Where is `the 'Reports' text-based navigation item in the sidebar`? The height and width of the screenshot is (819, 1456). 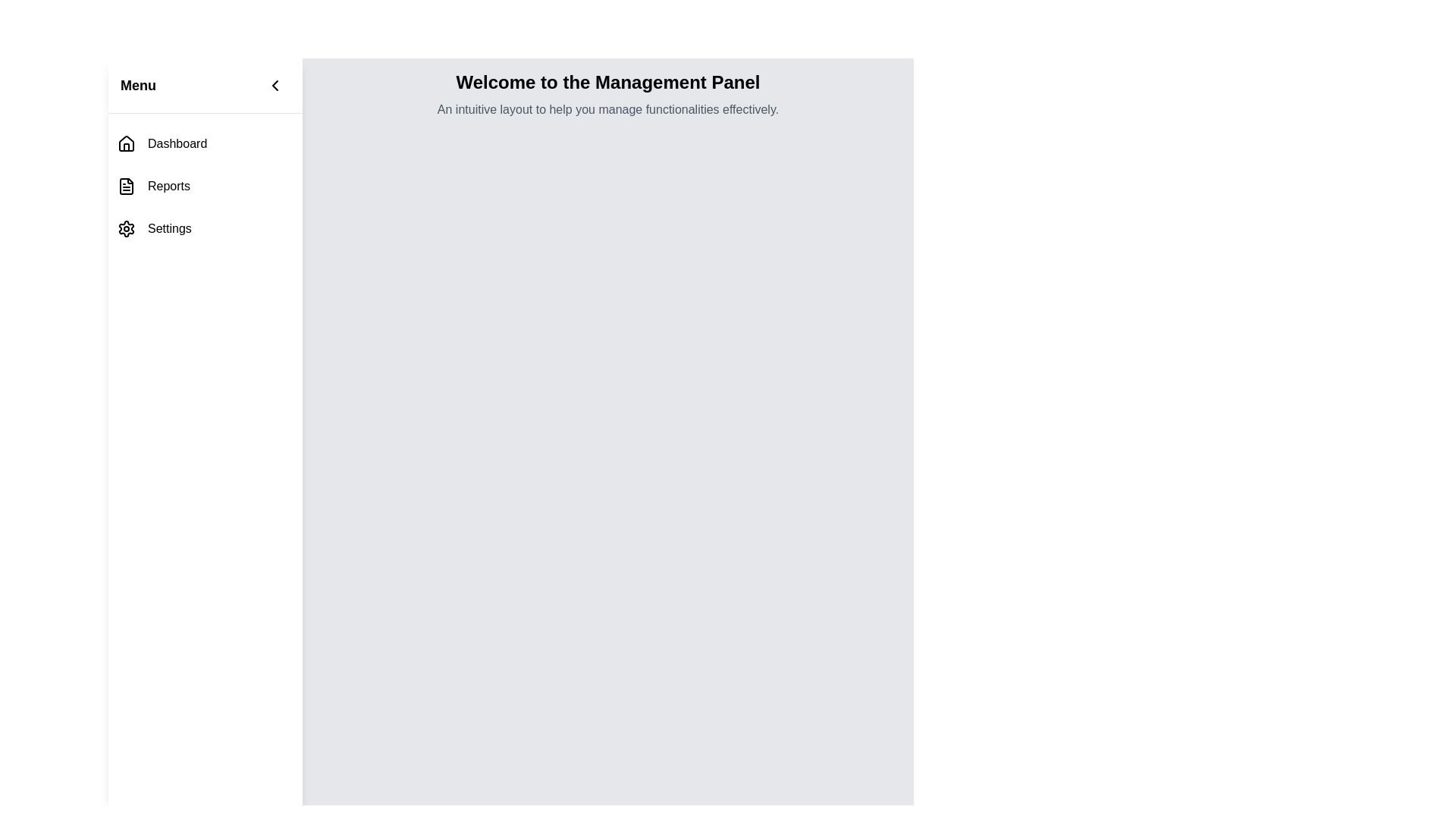 the 'Reports' text-based navigation item in the sidebar is located at coordinates (168, 186).